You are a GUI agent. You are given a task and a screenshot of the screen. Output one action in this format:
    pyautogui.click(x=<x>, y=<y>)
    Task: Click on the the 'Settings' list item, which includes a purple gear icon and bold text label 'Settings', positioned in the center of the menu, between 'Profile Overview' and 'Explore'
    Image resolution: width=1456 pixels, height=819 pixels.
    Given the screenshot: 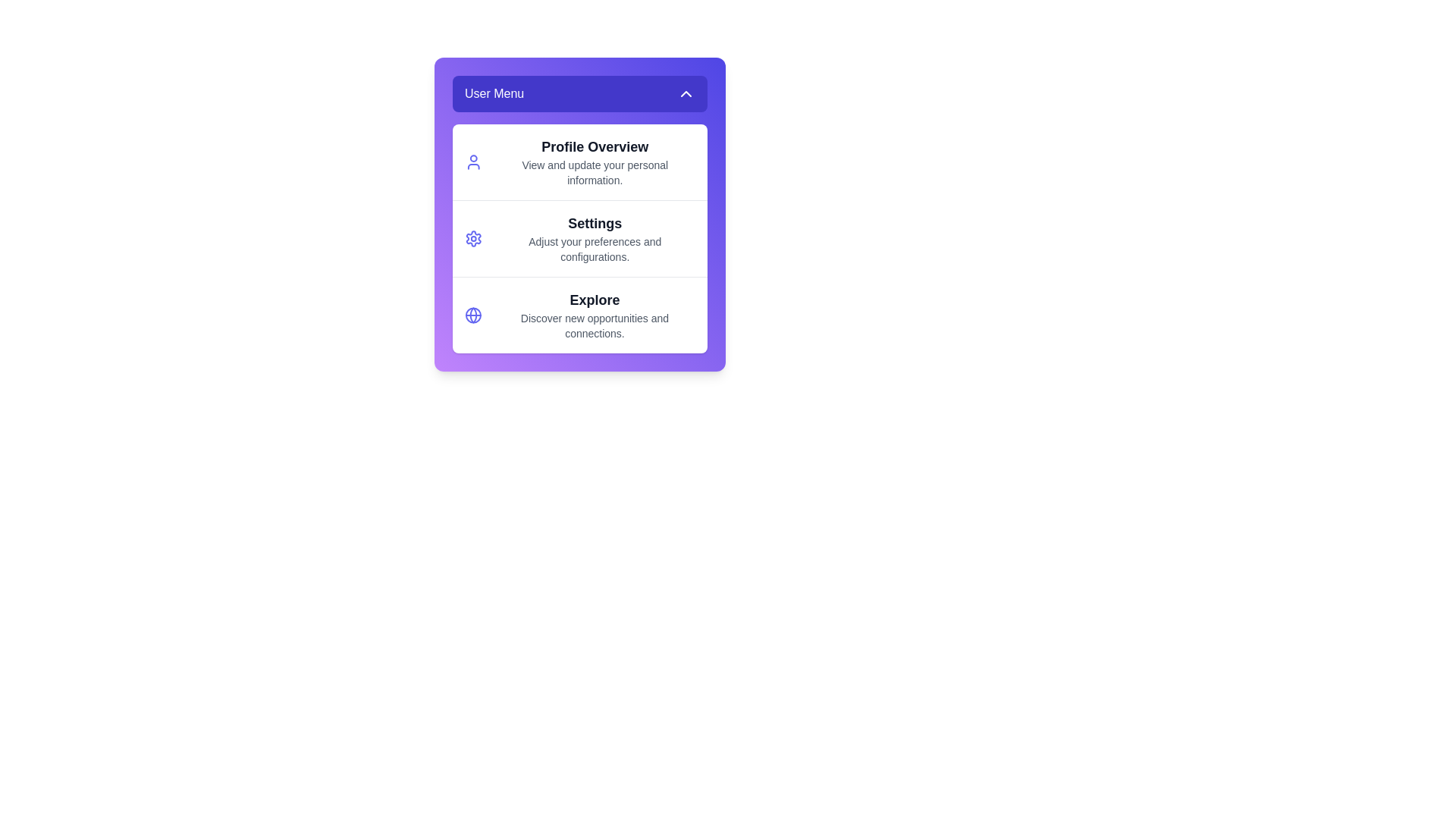 What is the action you would take?
    pyautogui.click(x=579, y=237)
    